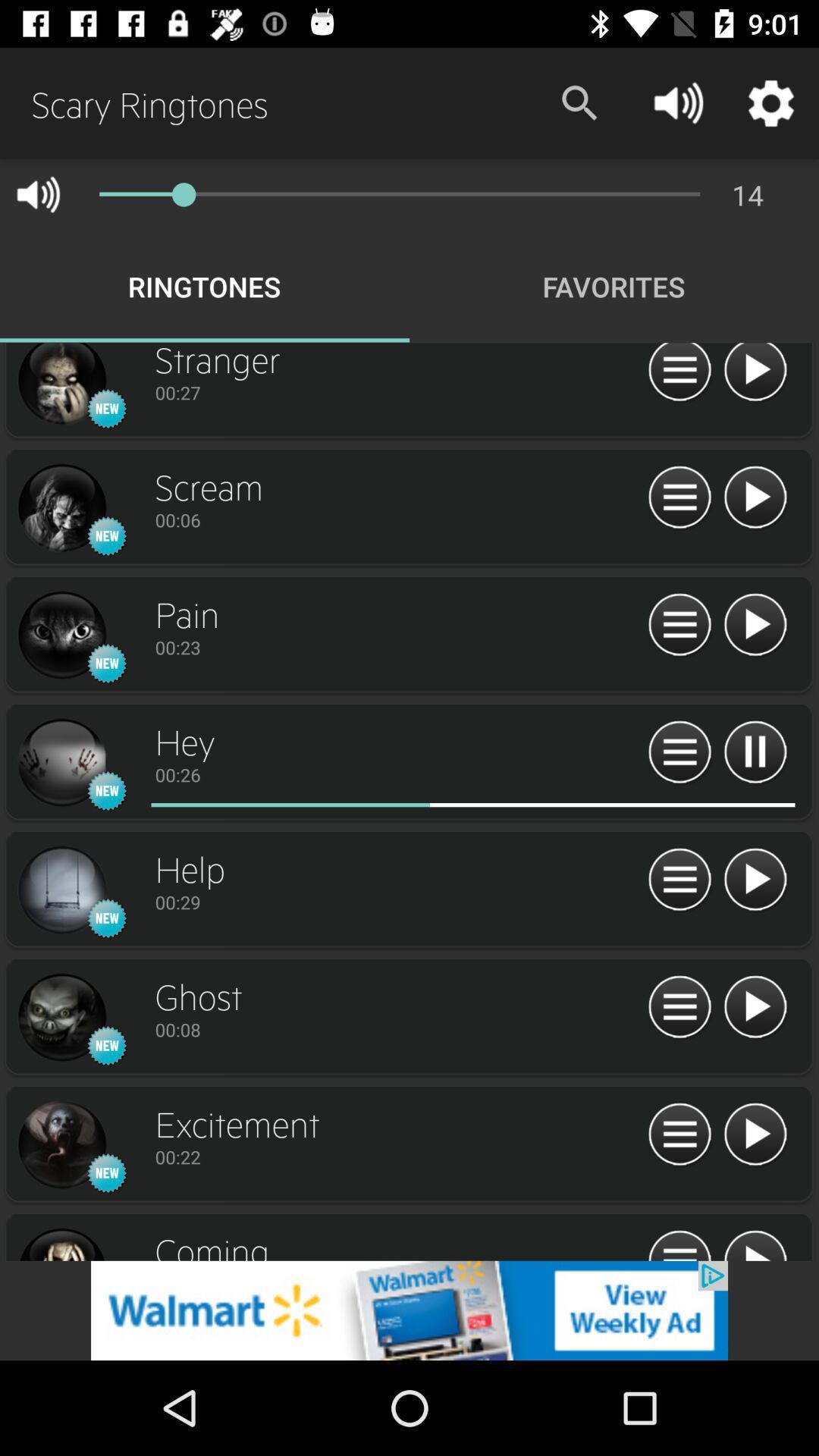  What do you see at coordinates (679, 753) in the screenshot?
I see `more options` at bounding box center [679, 753].